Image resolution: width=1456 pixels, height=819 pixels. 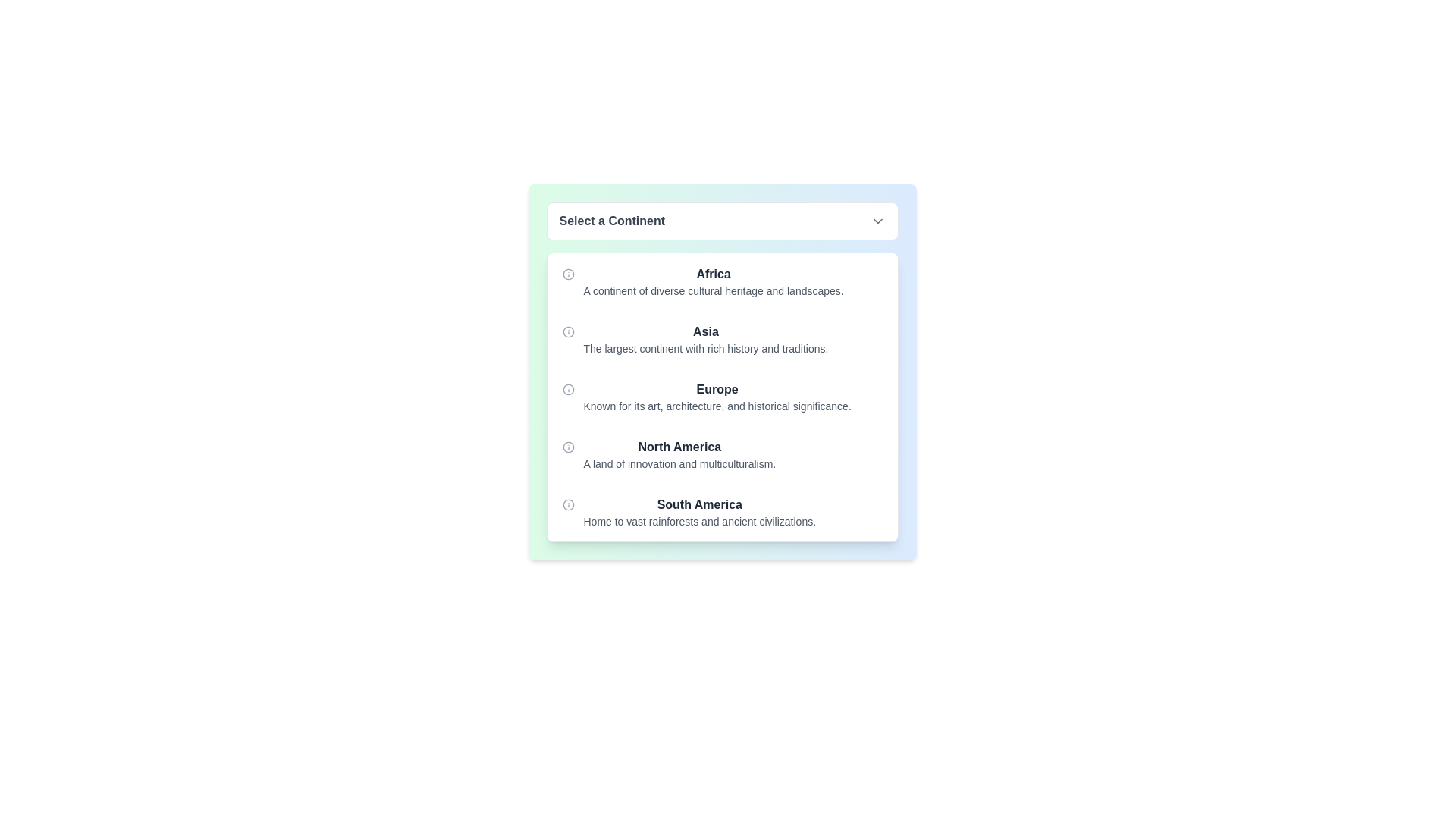 I want to click on the Information Icon located to the left of the bolded text 'South America' in the 'Select a Continent' dropdown, so click(x=567, y=505).